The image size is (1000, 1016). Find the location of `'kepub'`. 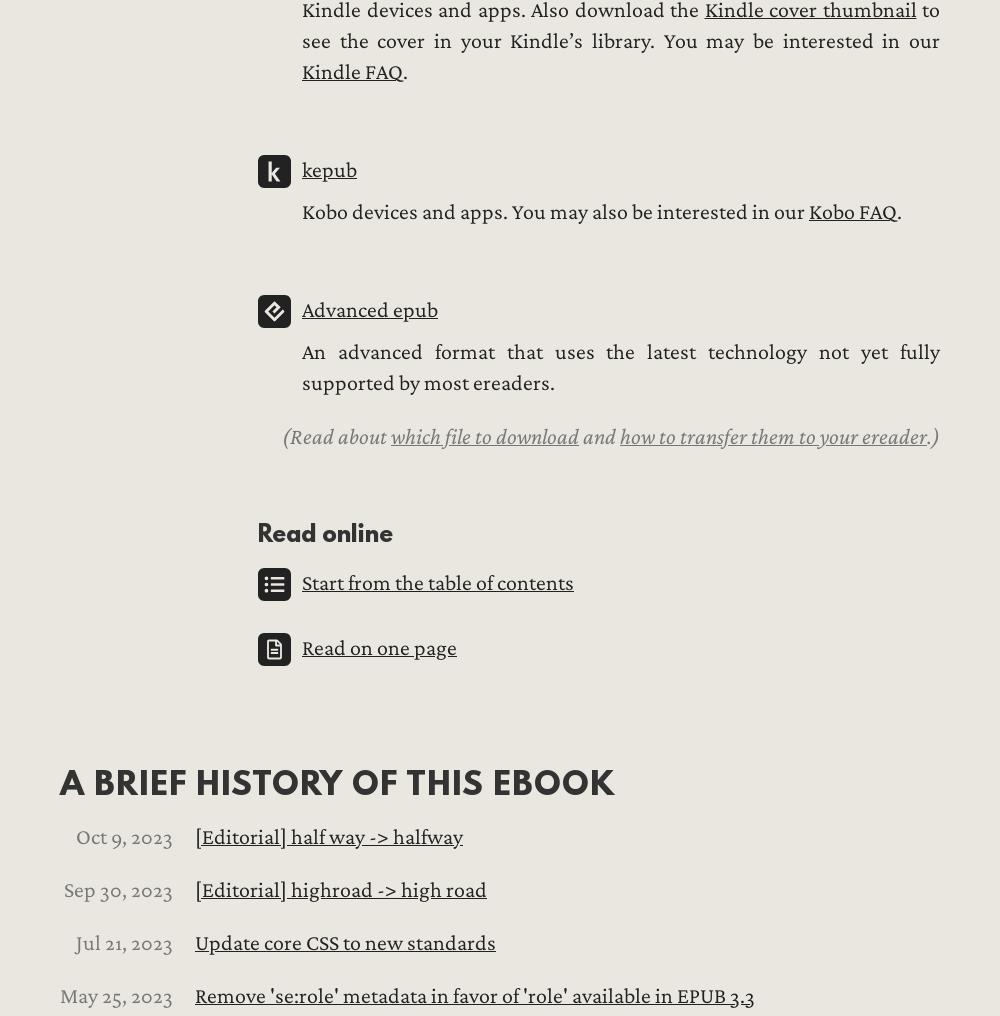

'kepub' is located at coordinates (328, 169).